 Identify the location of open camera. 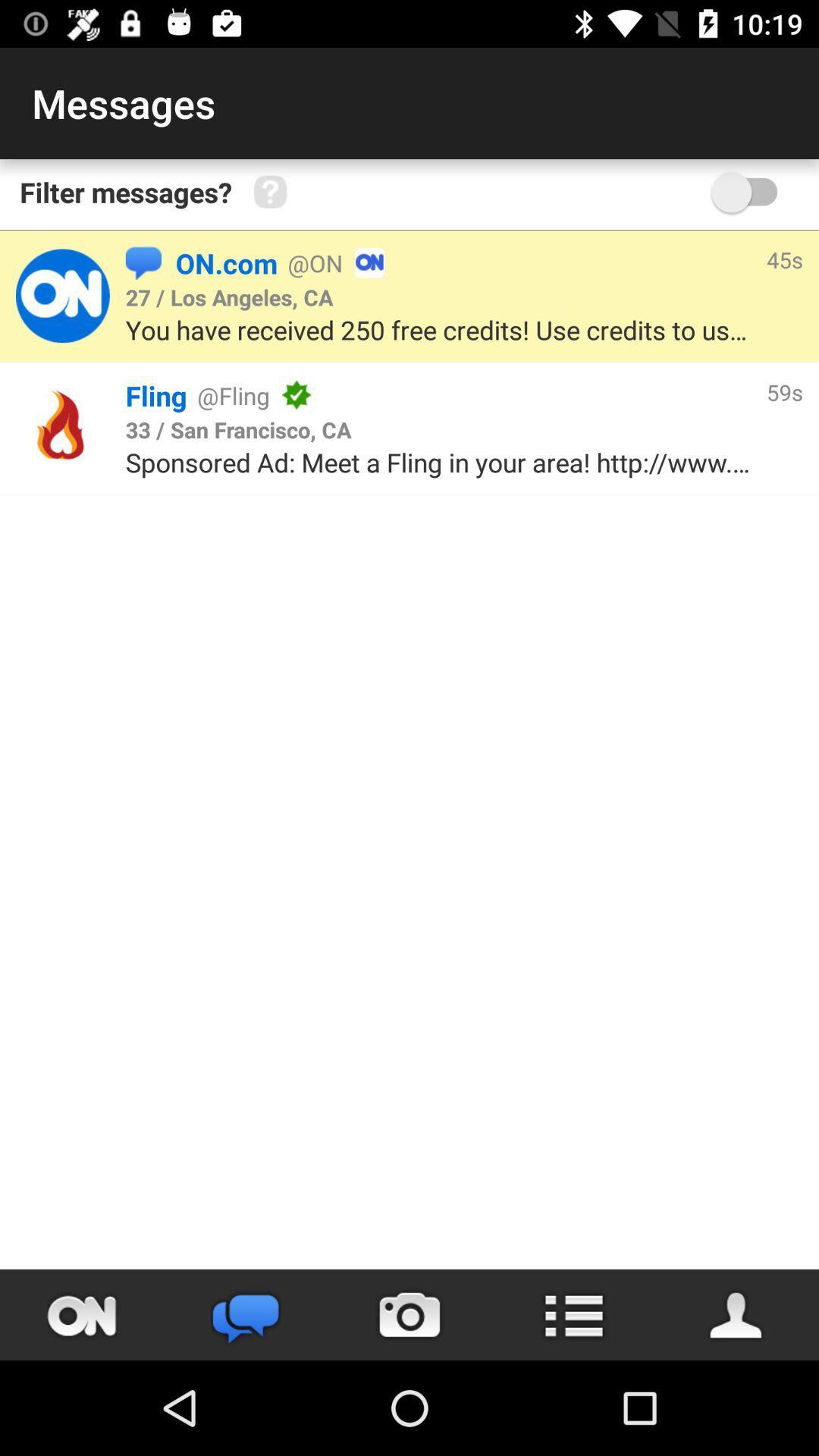
(409, 1314).